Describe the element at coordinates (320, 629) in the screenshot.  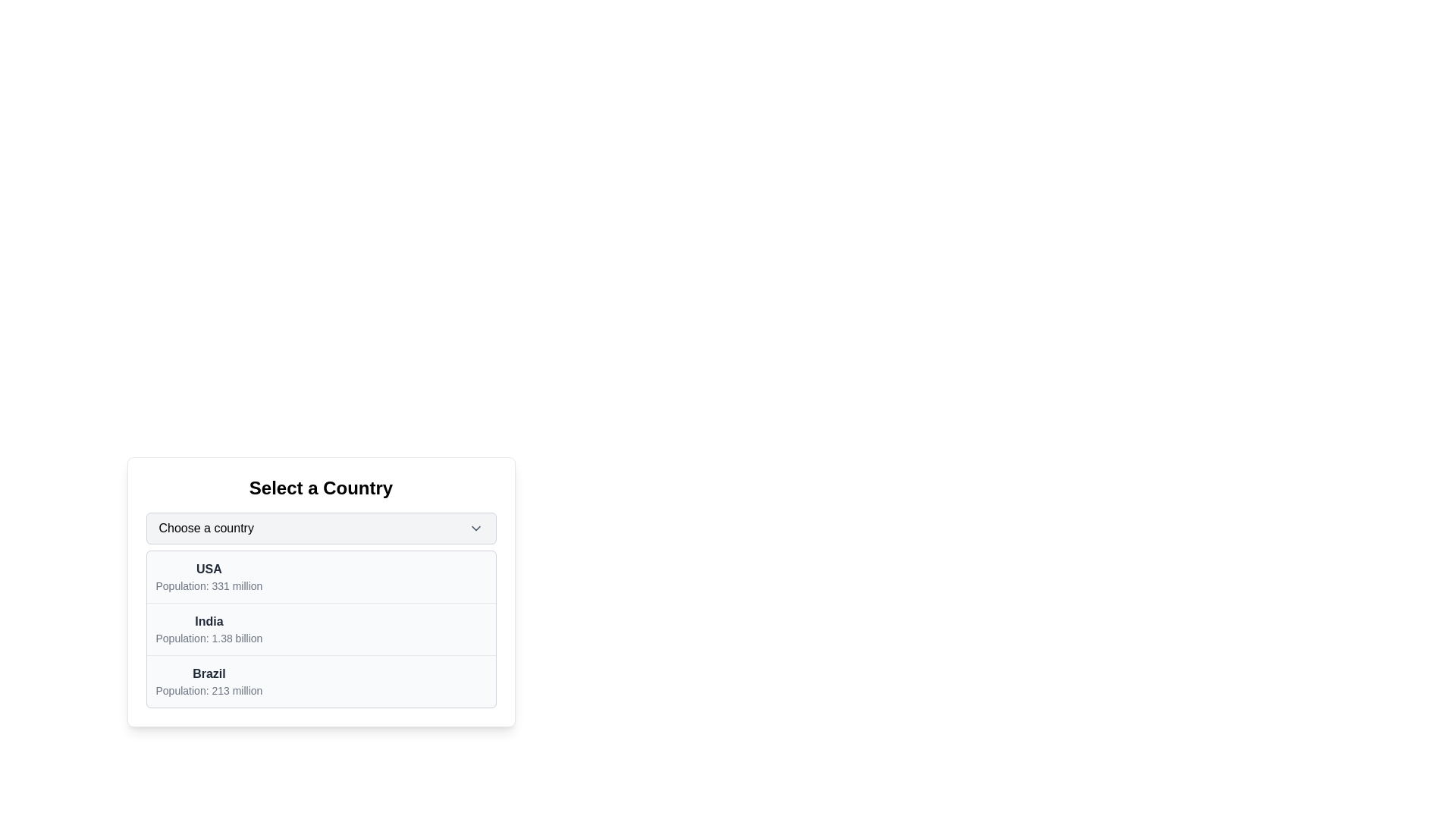
I see `the list item representing the country 'India' in the selection list titled 'Select a Country'` at that location.